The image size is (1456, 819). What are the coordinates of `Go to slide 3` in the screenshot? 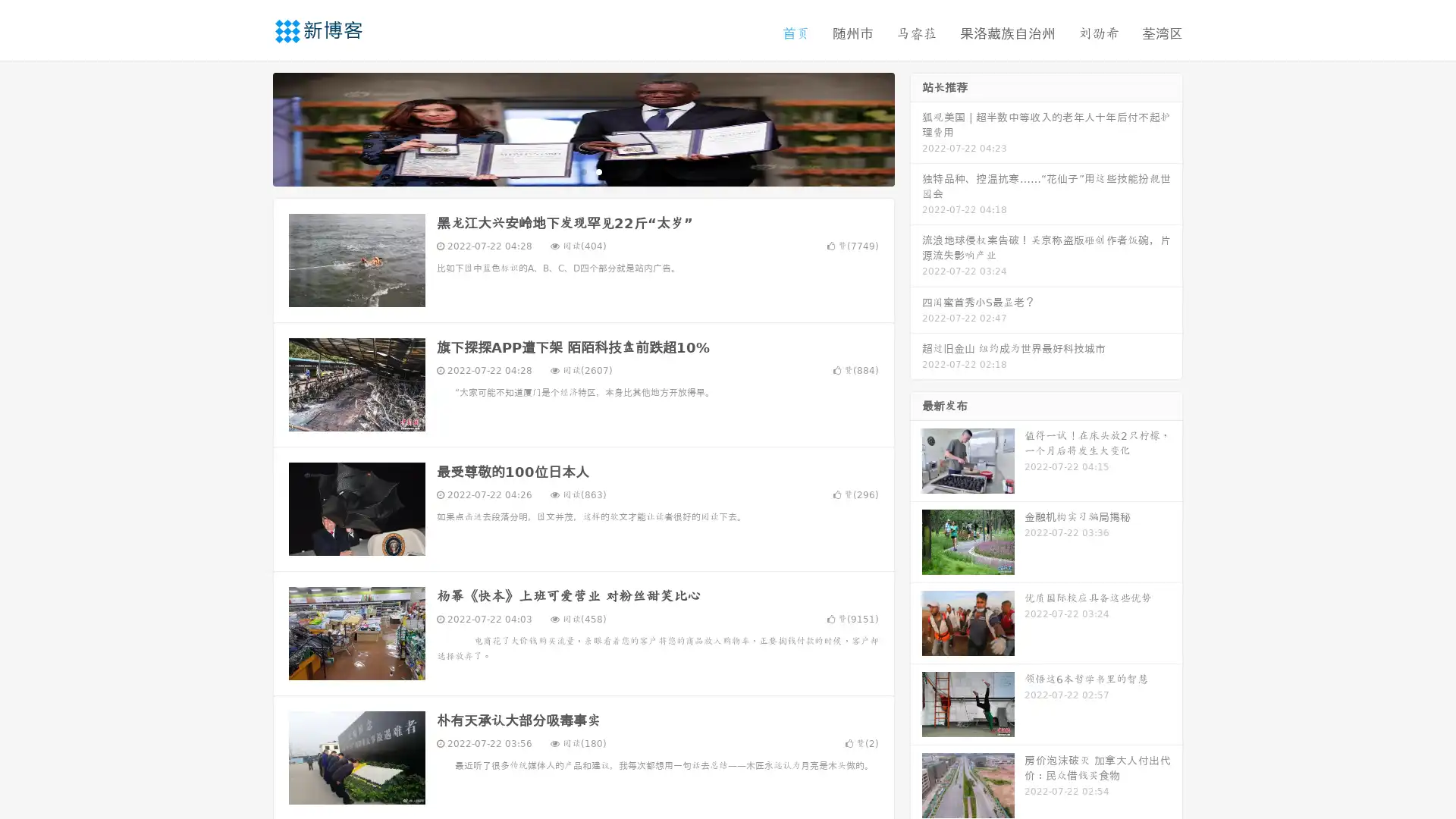 It's located at (598, 171).